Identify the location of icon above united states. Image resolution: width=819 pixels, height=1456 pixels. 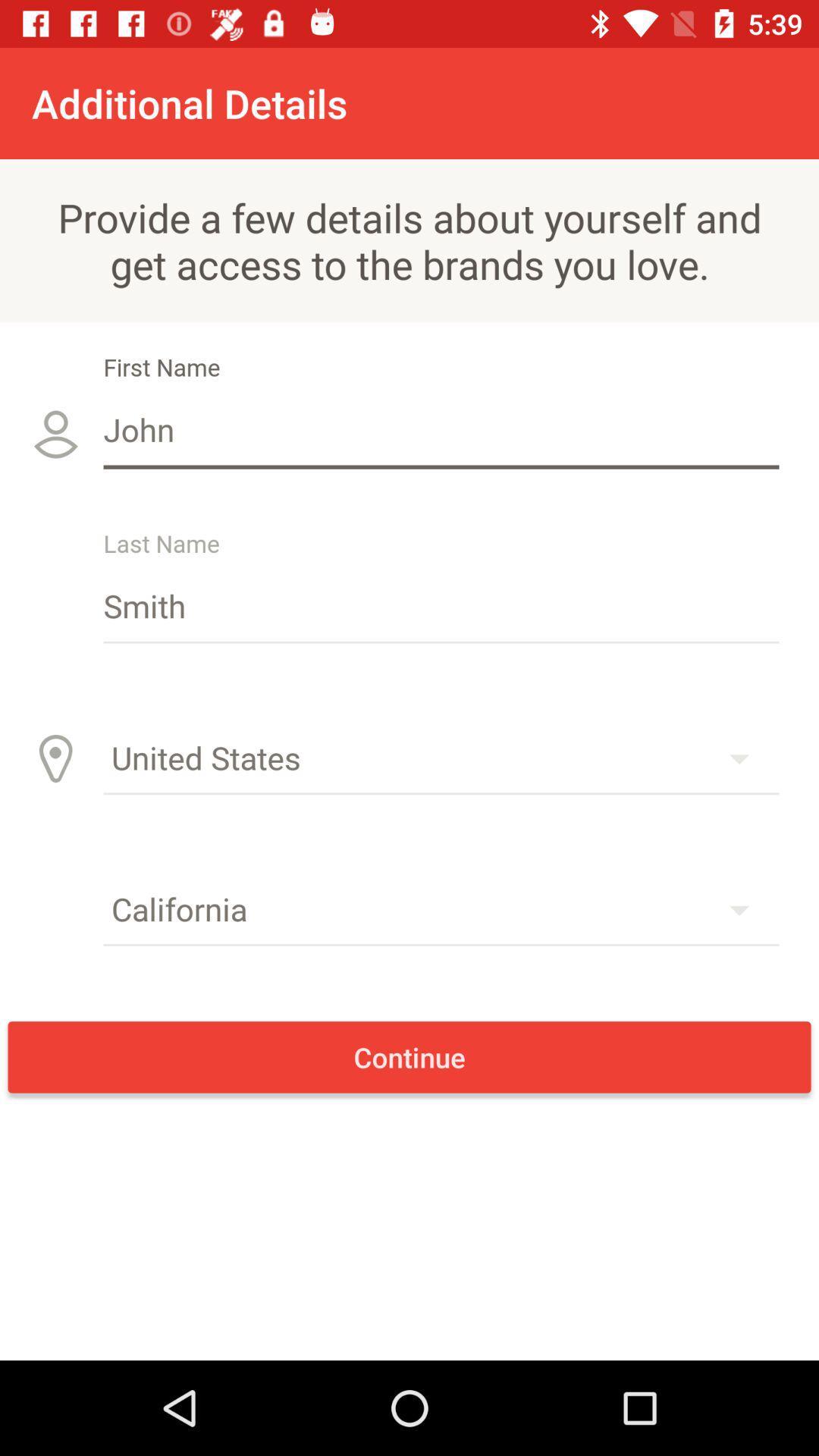
(441, 604).